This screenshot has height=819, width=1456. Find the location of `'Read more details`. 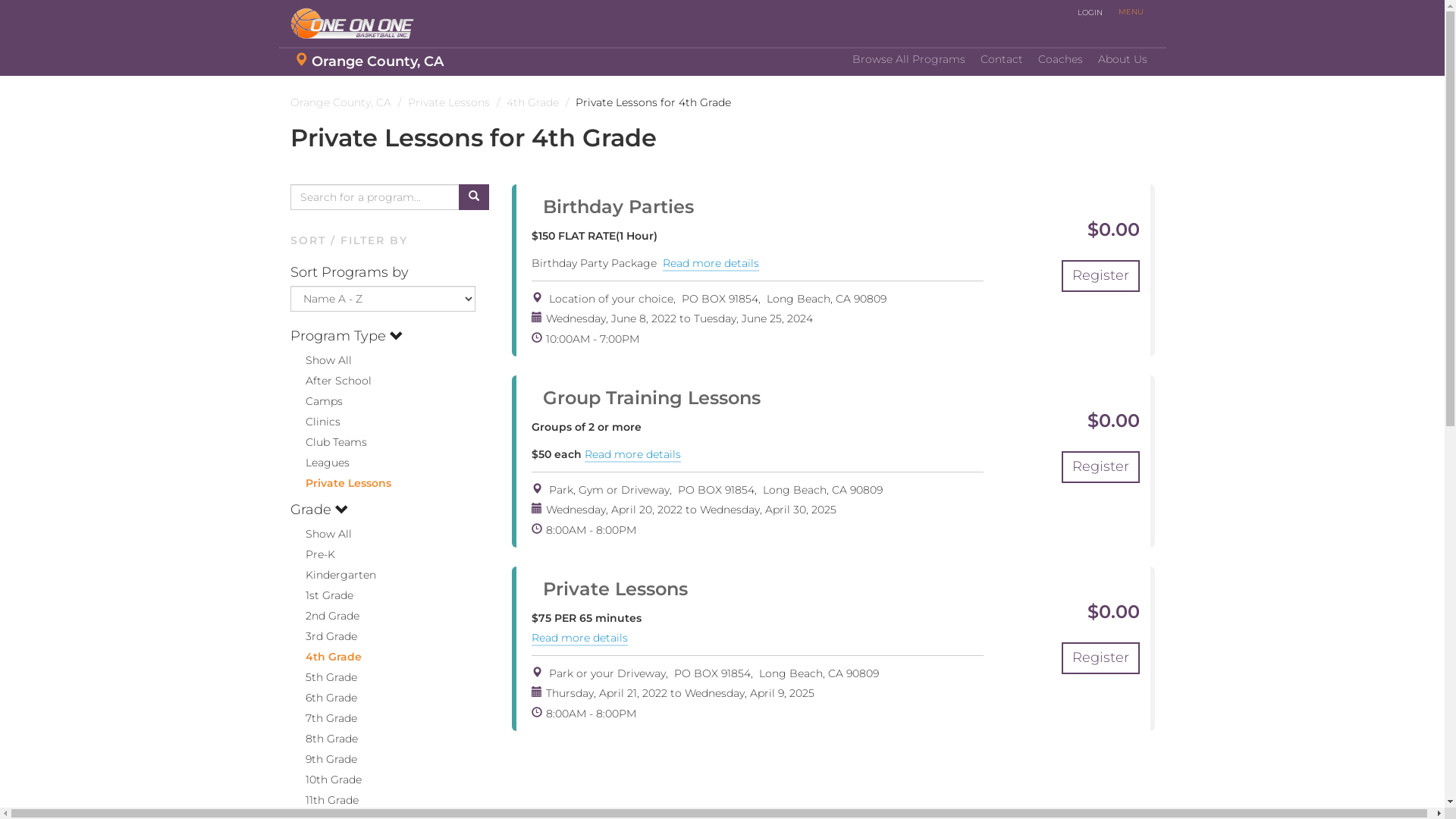

'Read more details is located at coordinates (632, 454).